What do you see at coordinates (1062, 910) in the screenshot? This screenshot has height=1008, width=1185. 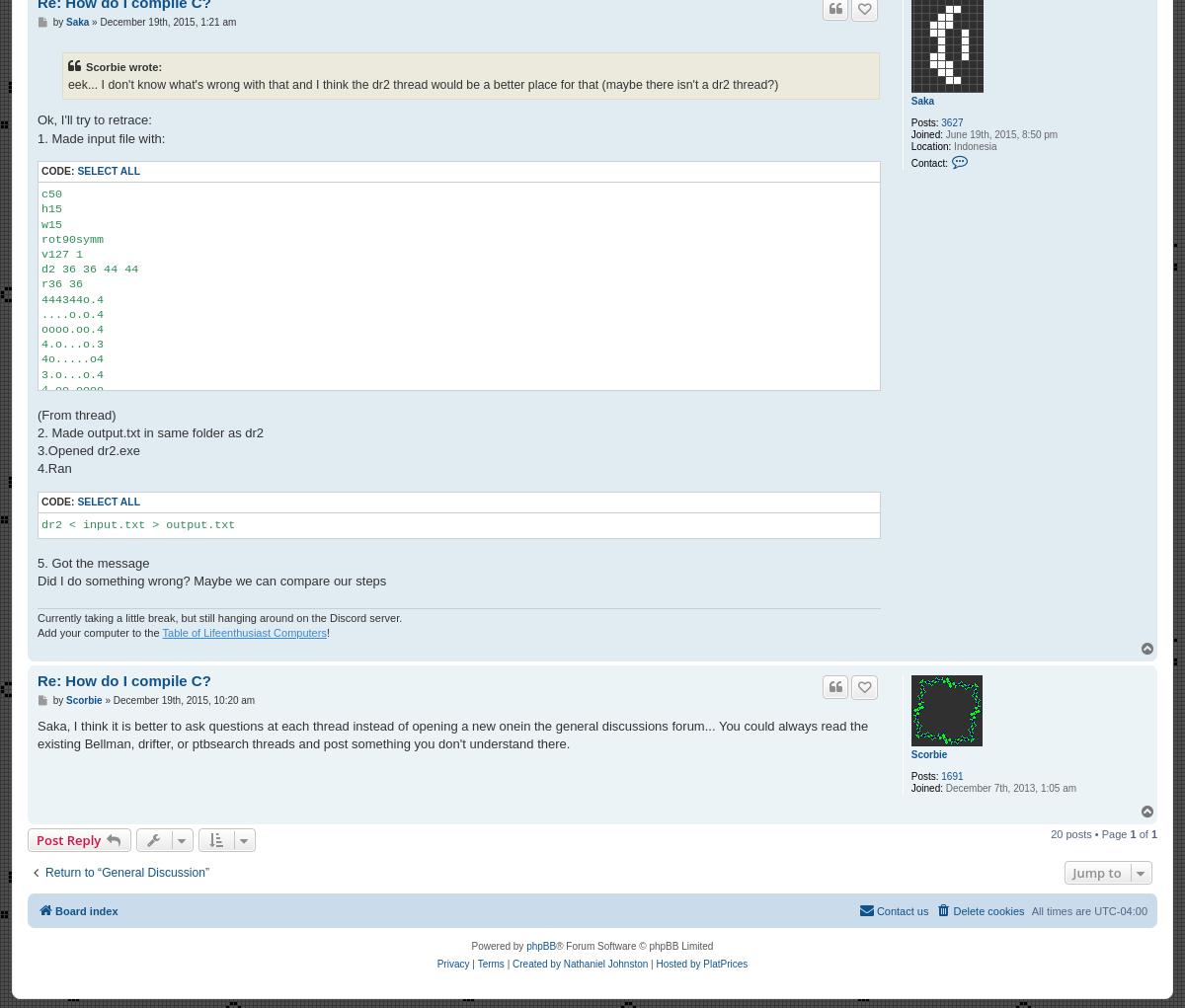 I see `'All times are'` at bounding box center [1062, 910].